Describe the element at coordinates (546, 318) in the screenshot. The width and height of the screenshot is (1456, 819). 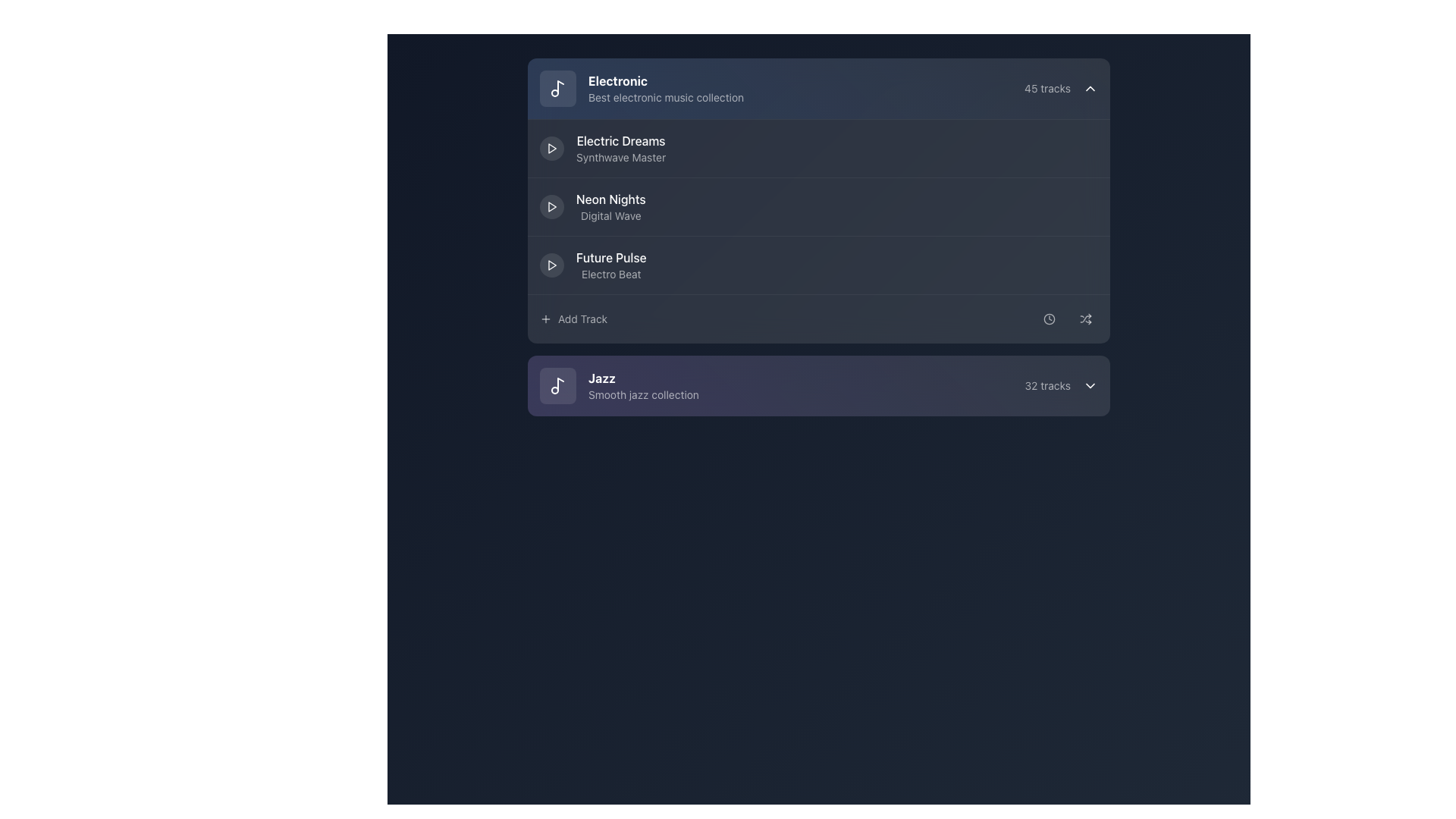
I see `the small plus icon located to the left of the 'Add Track' label within the 'Add Track' button to invoke the functionality for adding a new track` at that location.